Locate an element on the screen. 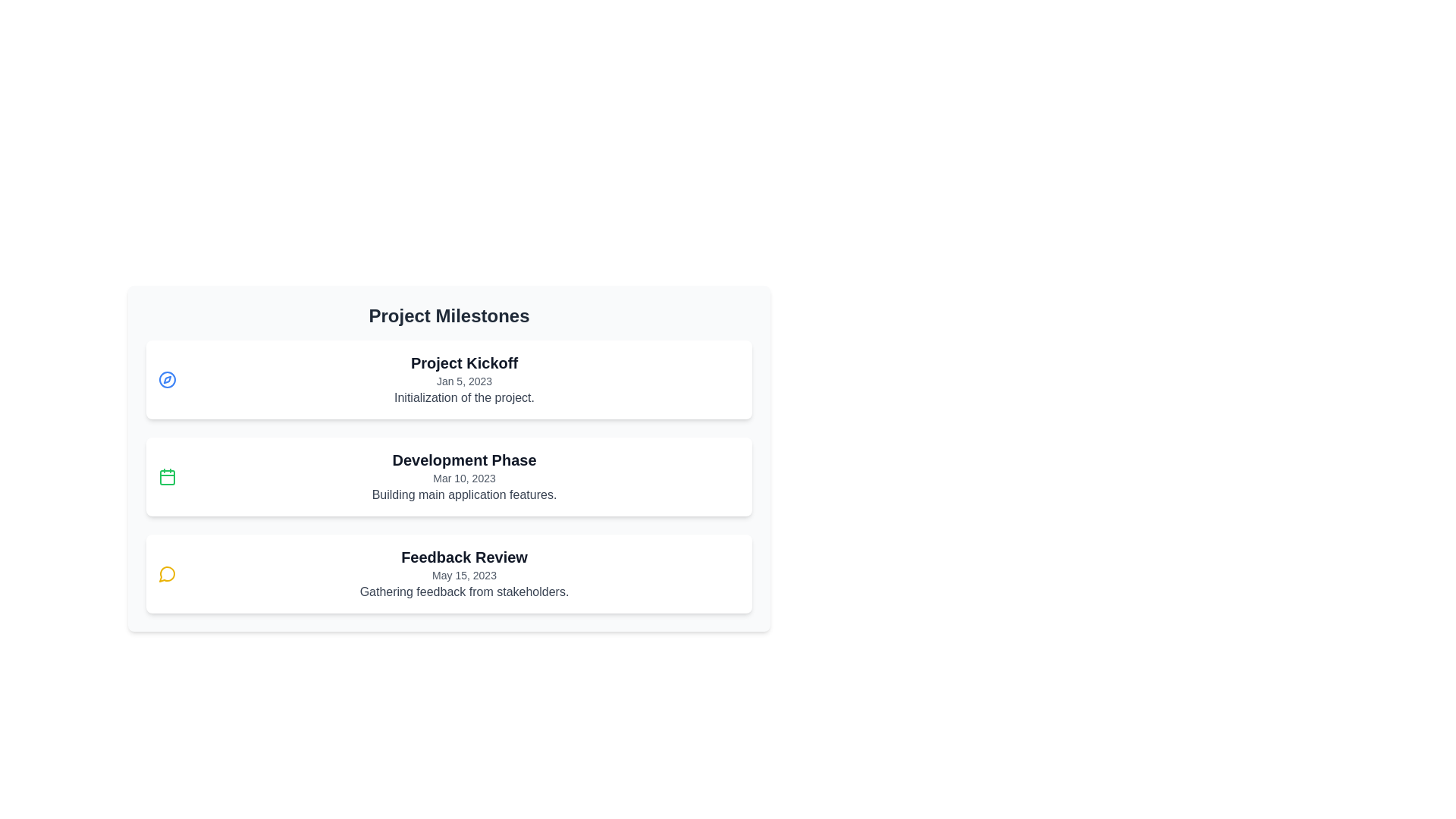 This screenshot has height=819, width=1456. the third Information display card in the 'Project Milestones' section, which has a light gray background and rounded corners is located at coordinates (448, 458).